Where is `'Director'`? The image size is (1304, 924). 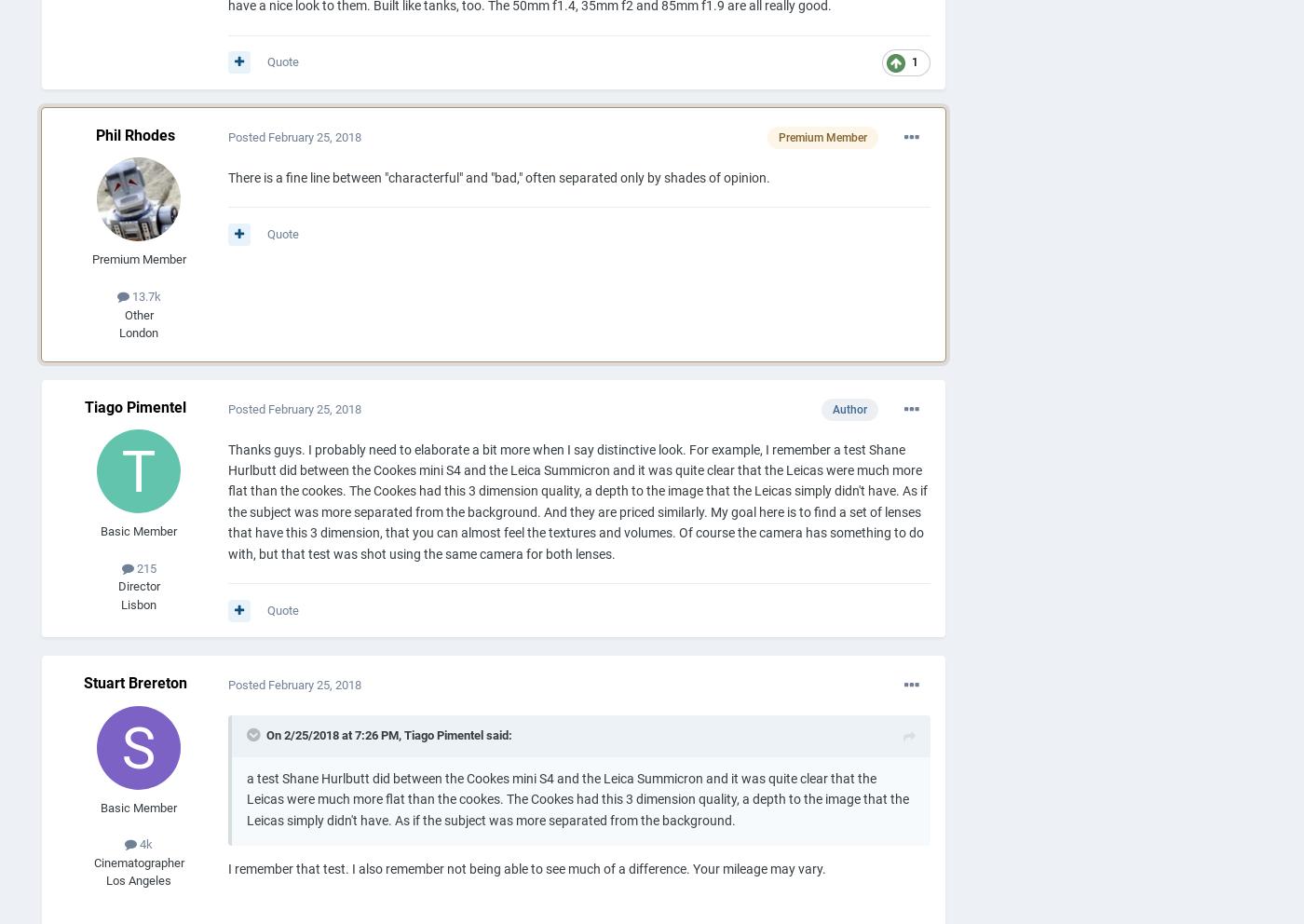
'Director' is located at coordinates (138, 586).